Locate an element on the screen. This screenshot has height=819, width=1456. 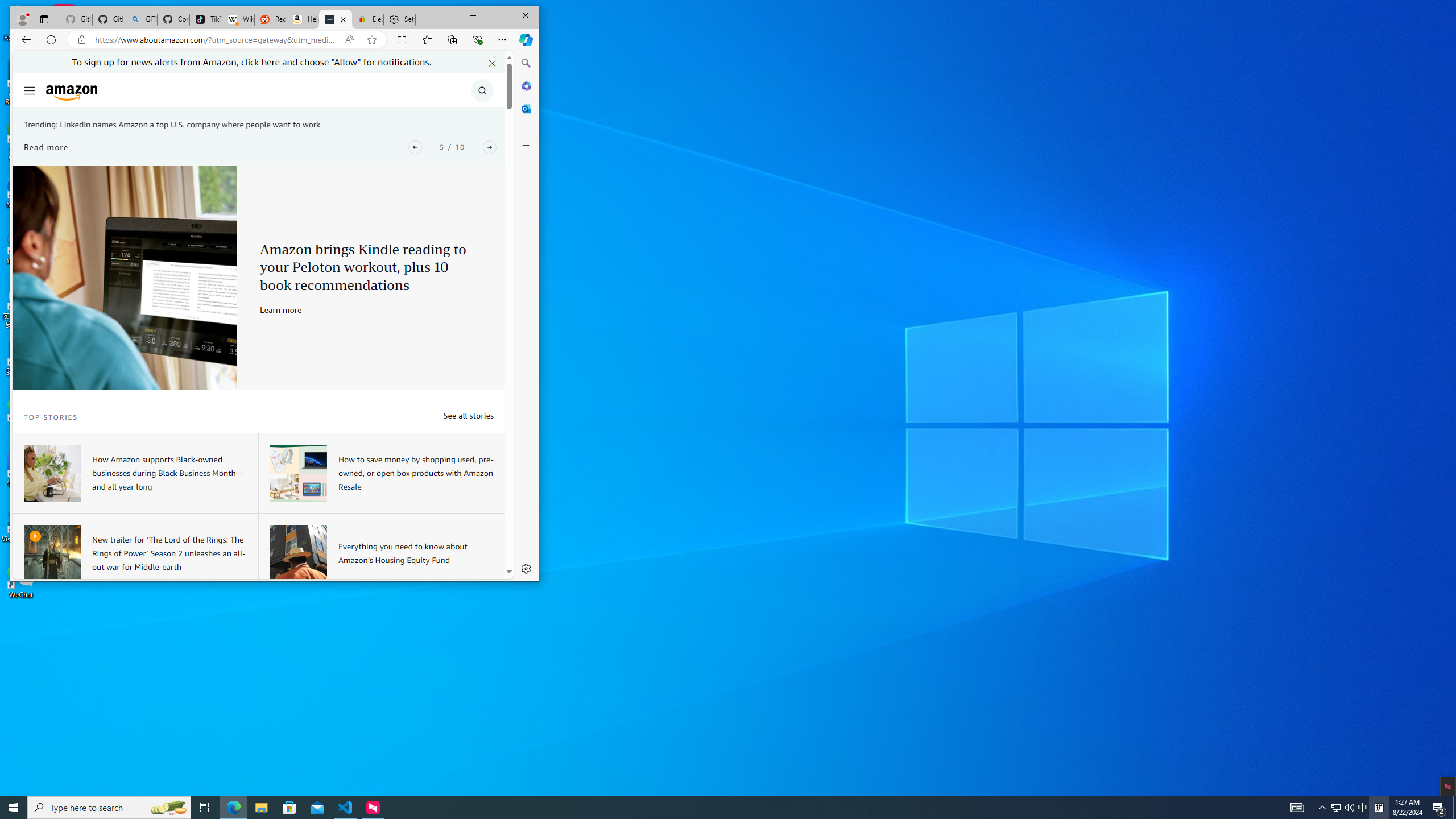
'Microsoft Store' is located at coordinates (289, 806).